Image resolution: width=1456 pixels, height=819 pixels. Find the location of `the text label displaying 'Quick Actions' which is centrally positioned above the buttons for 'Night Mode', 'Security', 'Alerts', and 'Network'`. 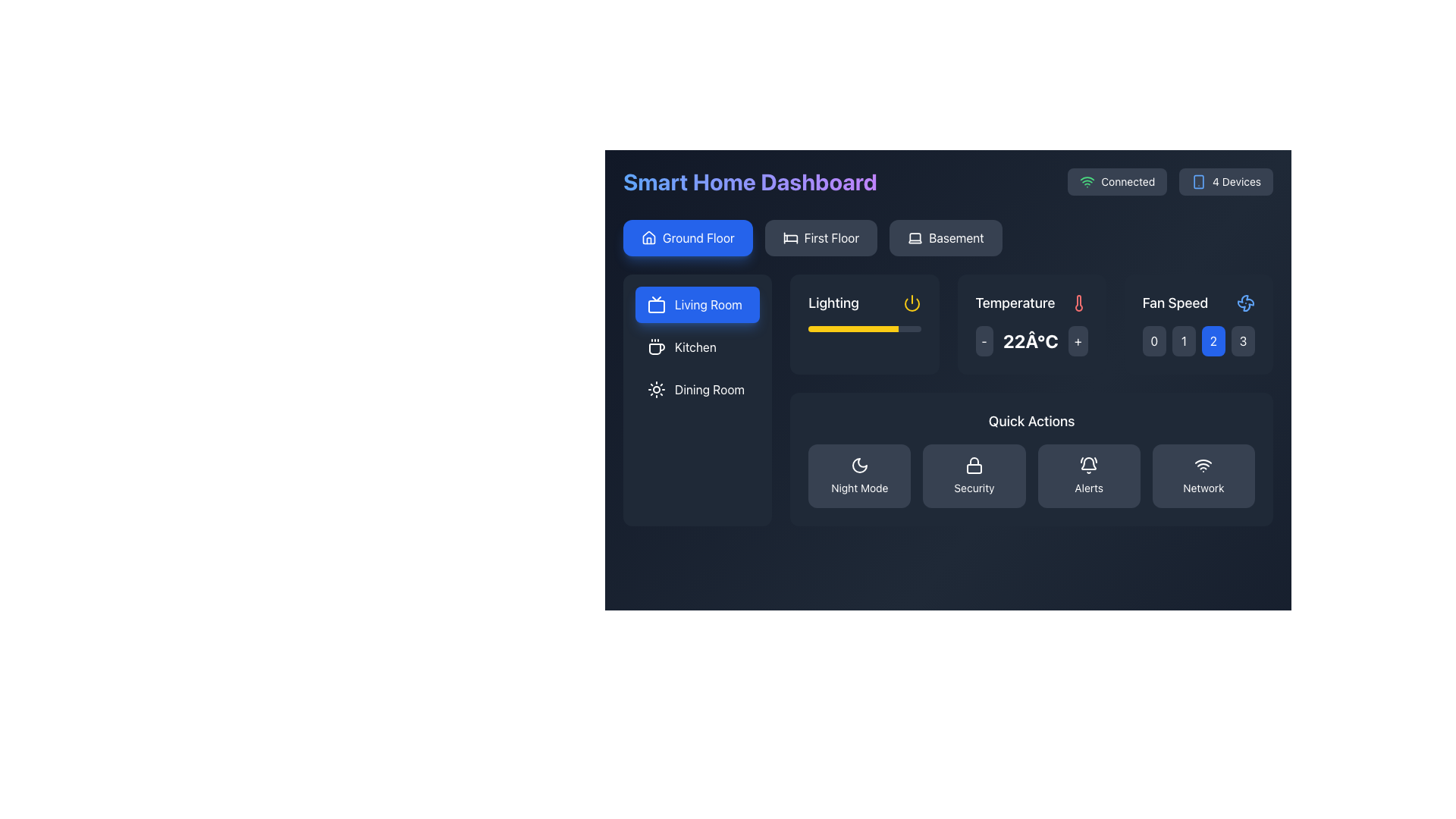

the text label displaying 'Quick Actions' which is centrally positioned above the buttons for 'Night Mode', 'Security', 'Alerts', and 'Network' is located at coordinates (1031, 421).